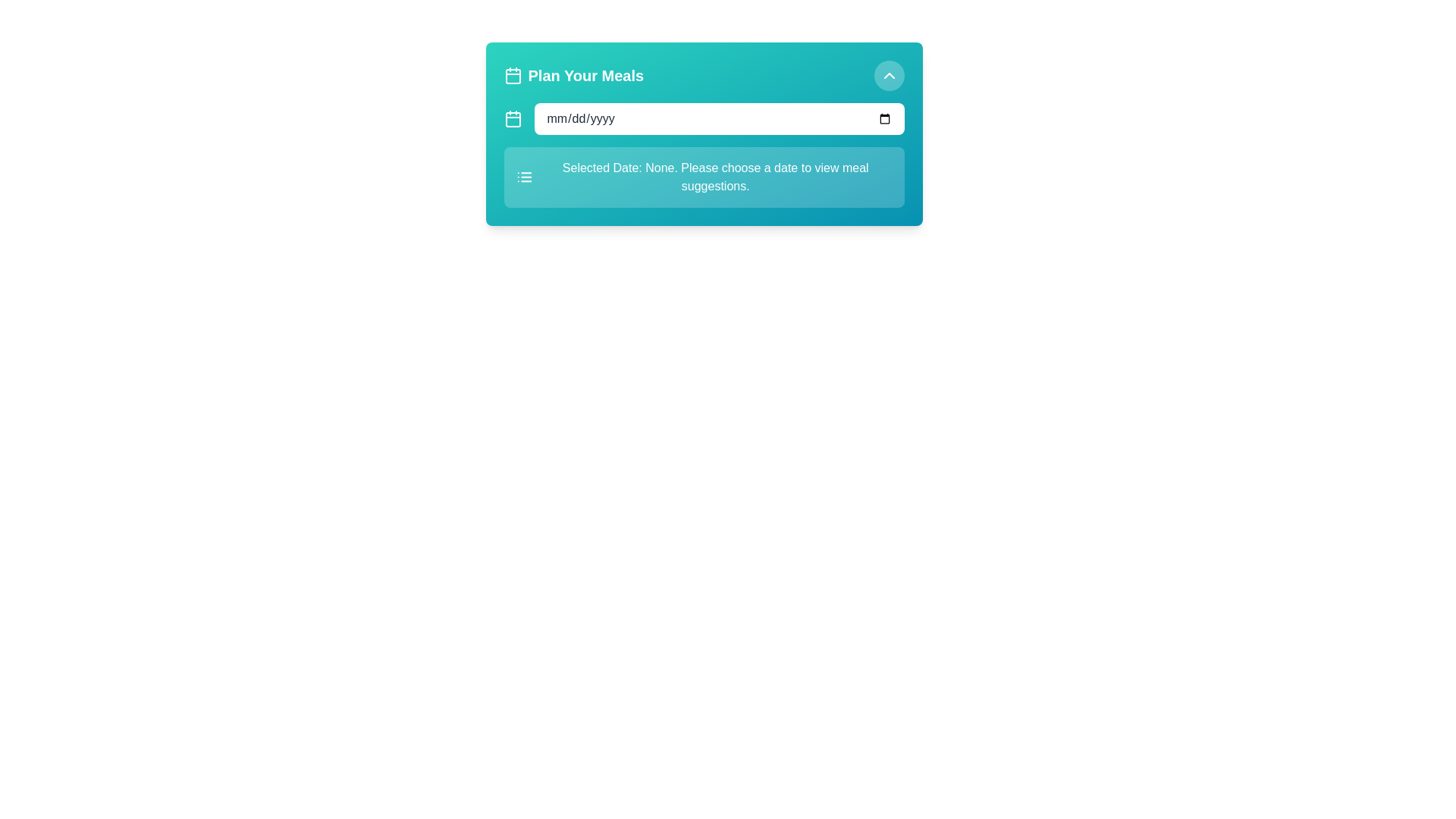 This screenshot has width=1456, height=819. What do you see at coordinates (889, 76) in the screenshot?
I see `the upward-facing chevron button icon located in the upper right corner of the teal card interface` at bounding box center [889, 76].